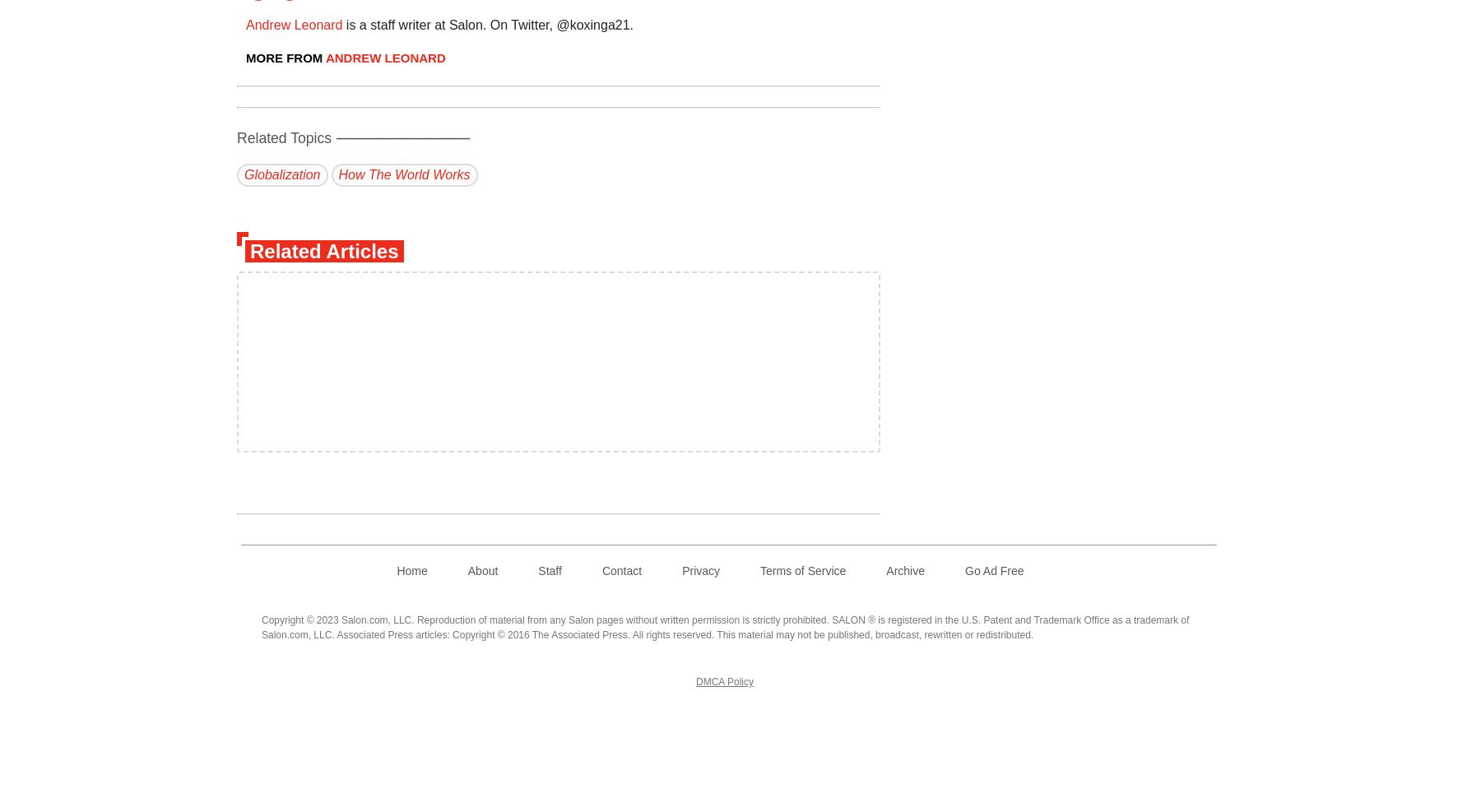 Image resolution: width=1458 pixels, height=812 pixels. I want to click on 'Home', so click(411, 569).